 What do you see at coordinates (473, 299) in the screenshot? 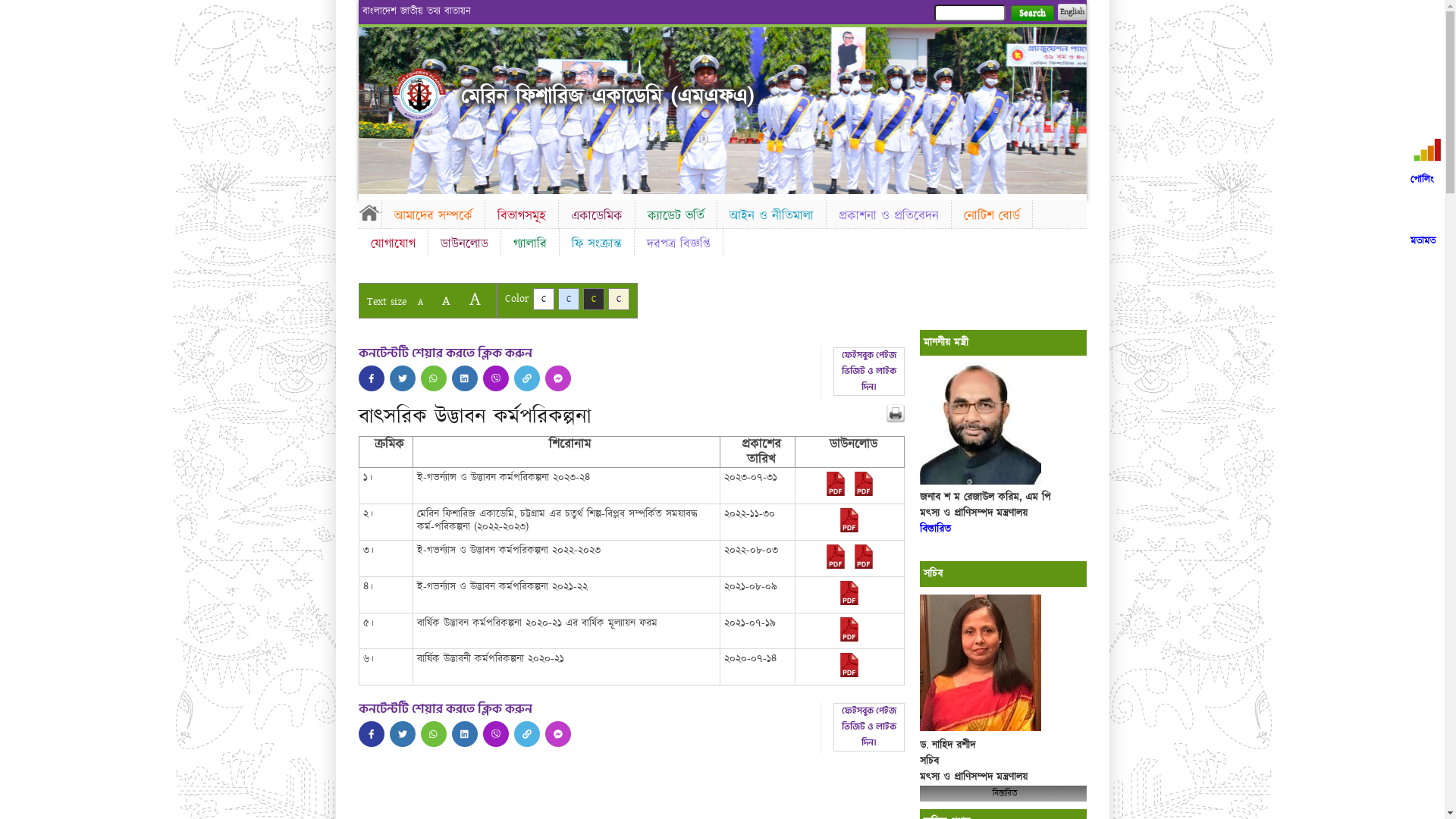
I see `'A'` at bounding box center [473, 299].